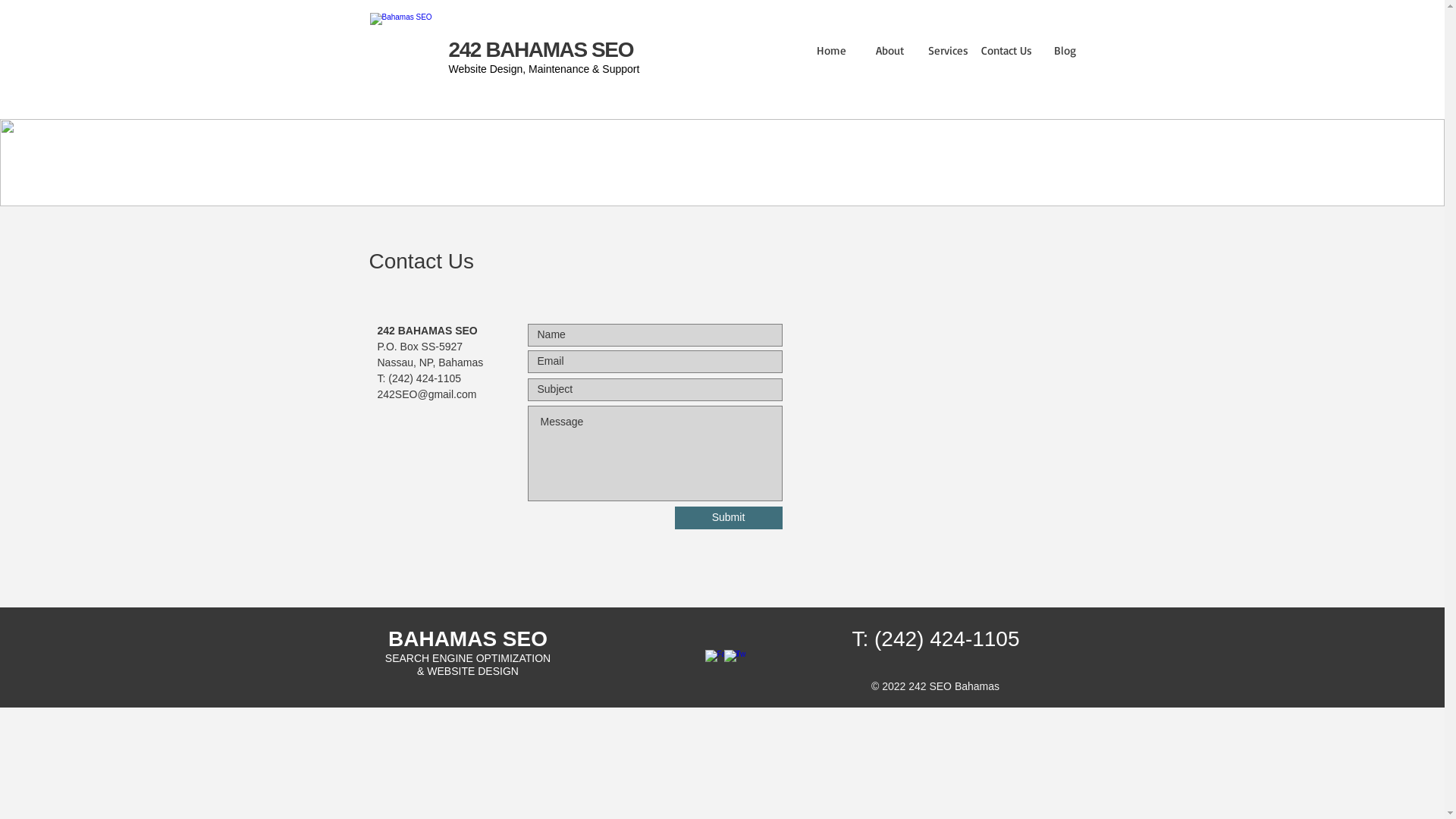  I want to click on 'Google Maps', so click(938, 412).